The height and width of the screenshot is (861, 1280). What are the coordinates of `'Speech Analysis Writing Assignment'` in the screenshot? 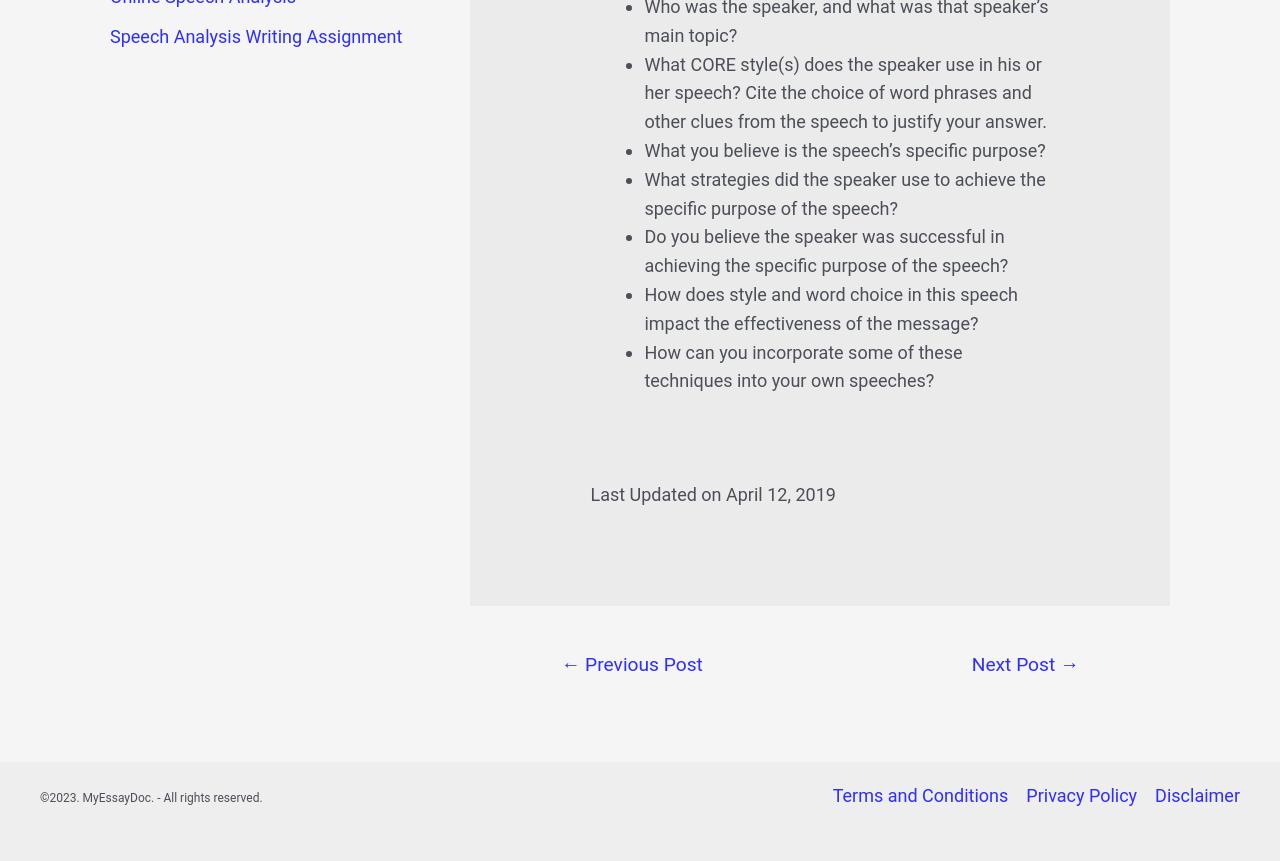 It's located at (255, 36).